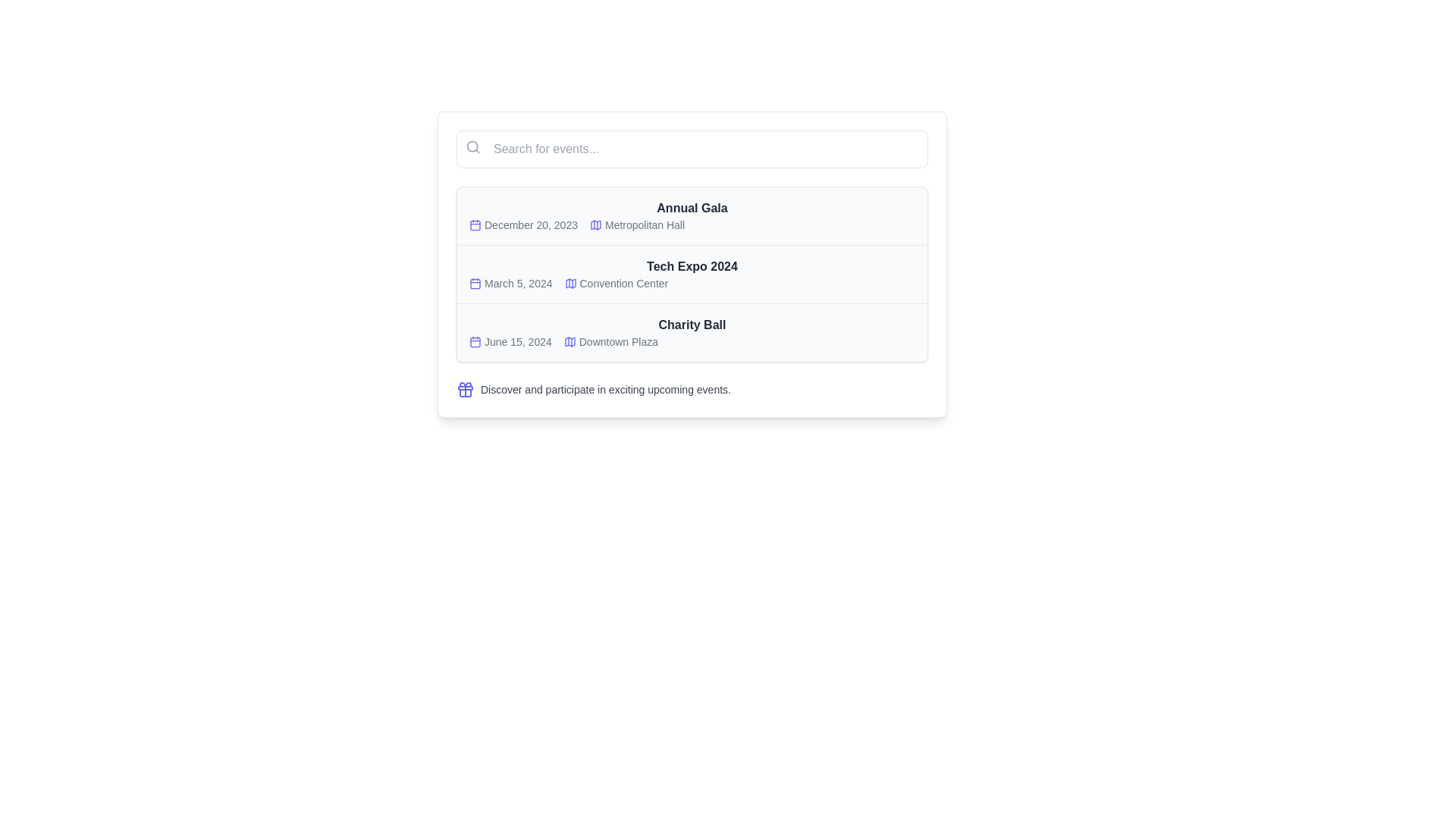 This screenshot has width=1456, height=819. Describe the element at coordinates (610, 342) in the screenshot. I see `the map icon next to the text label 'Downtown Plaza' for additional information` at that location.